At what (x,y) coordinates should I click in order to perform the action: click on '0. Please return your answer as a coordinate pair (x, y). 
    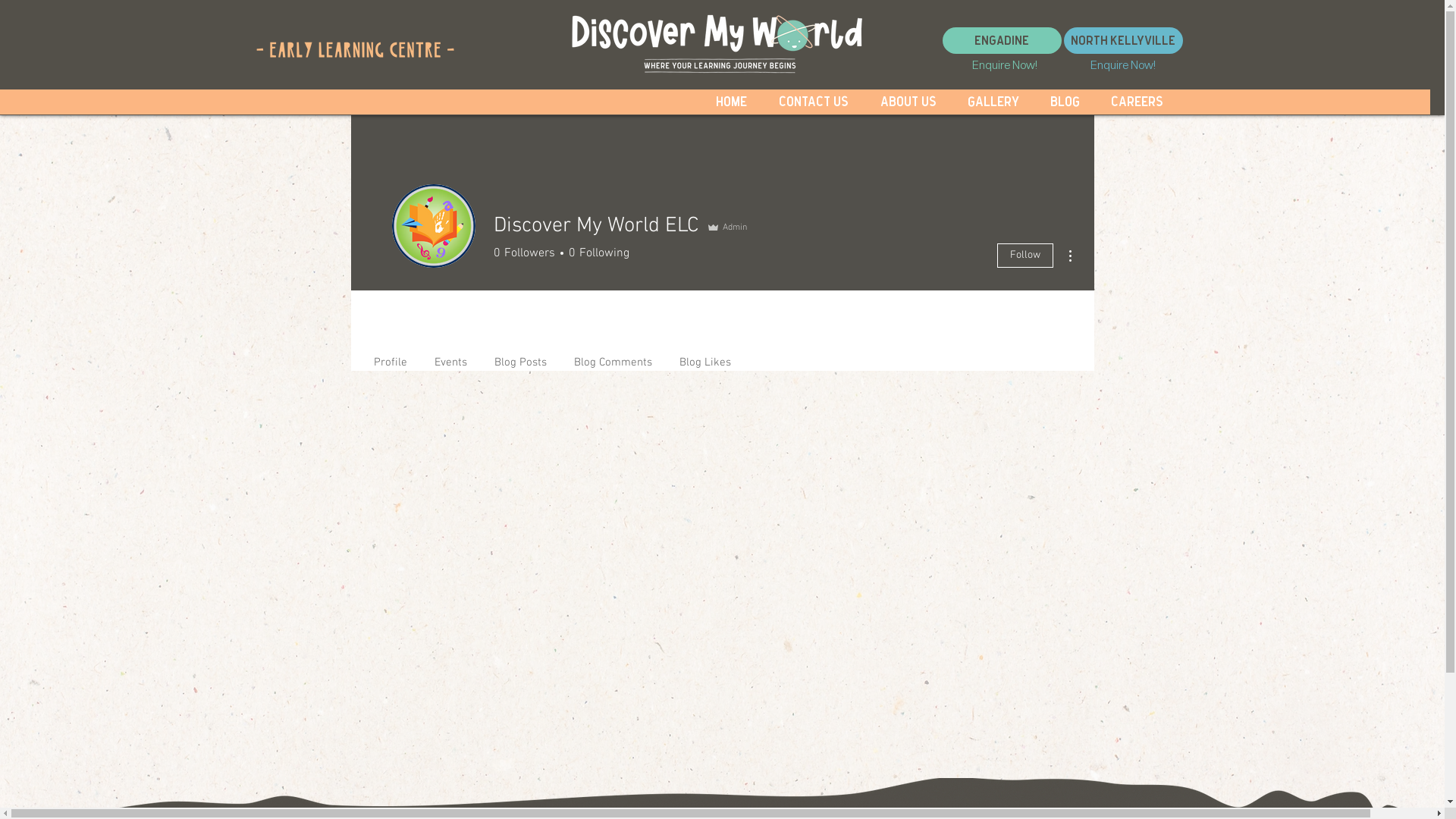
    Looking at the image, I should click on (492, 253).